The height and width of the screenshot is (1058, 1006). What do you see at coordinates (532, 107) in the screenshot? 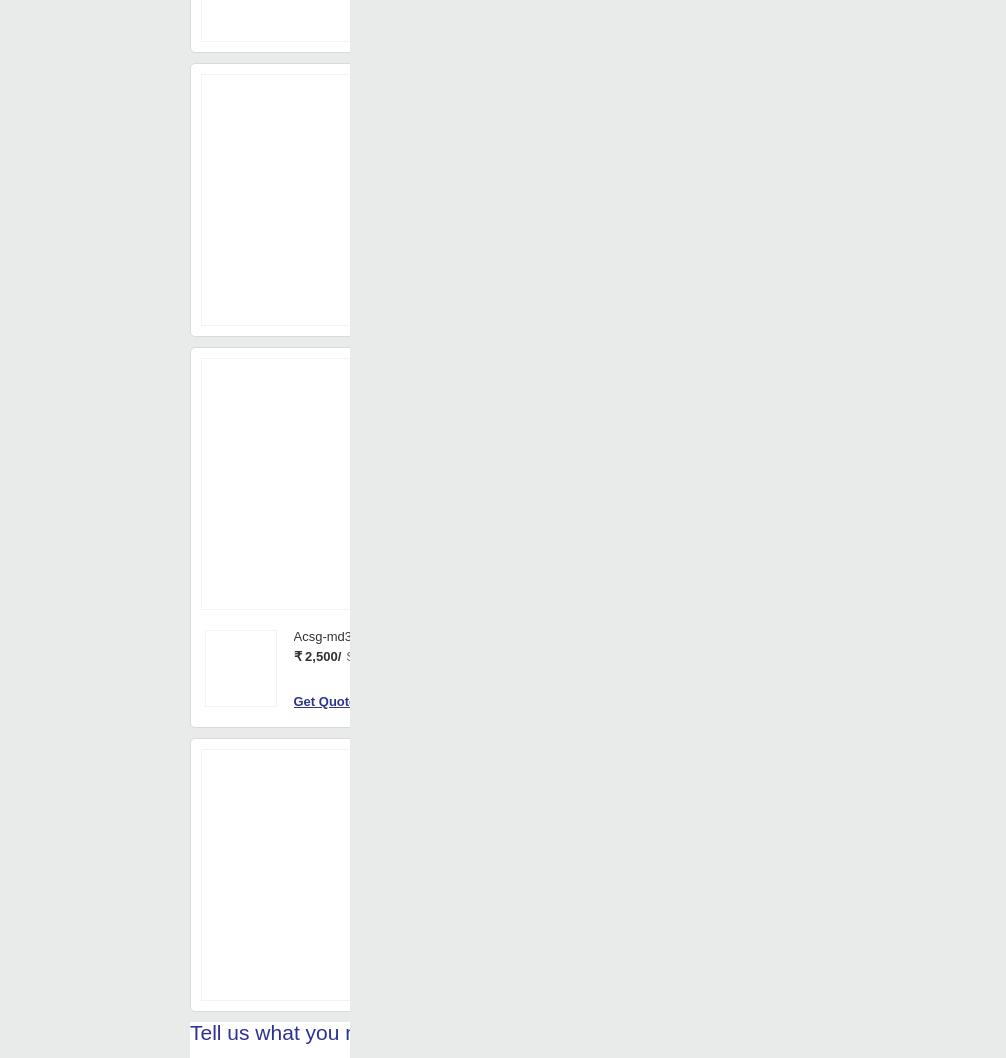
I see `':  Golden'` at bounding box center [532, 107].